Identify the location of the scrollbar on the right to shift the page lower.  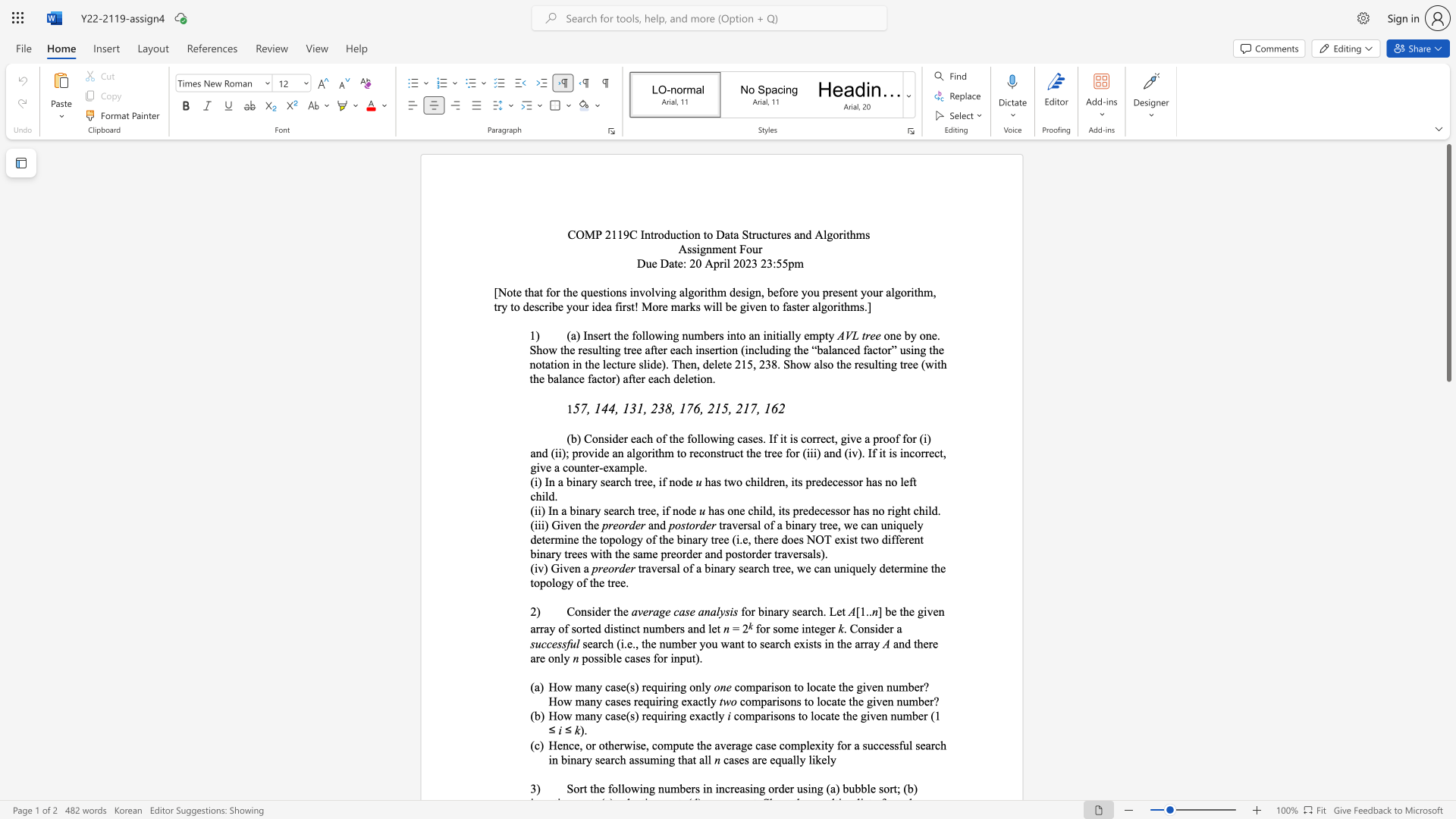
(1448, 734).